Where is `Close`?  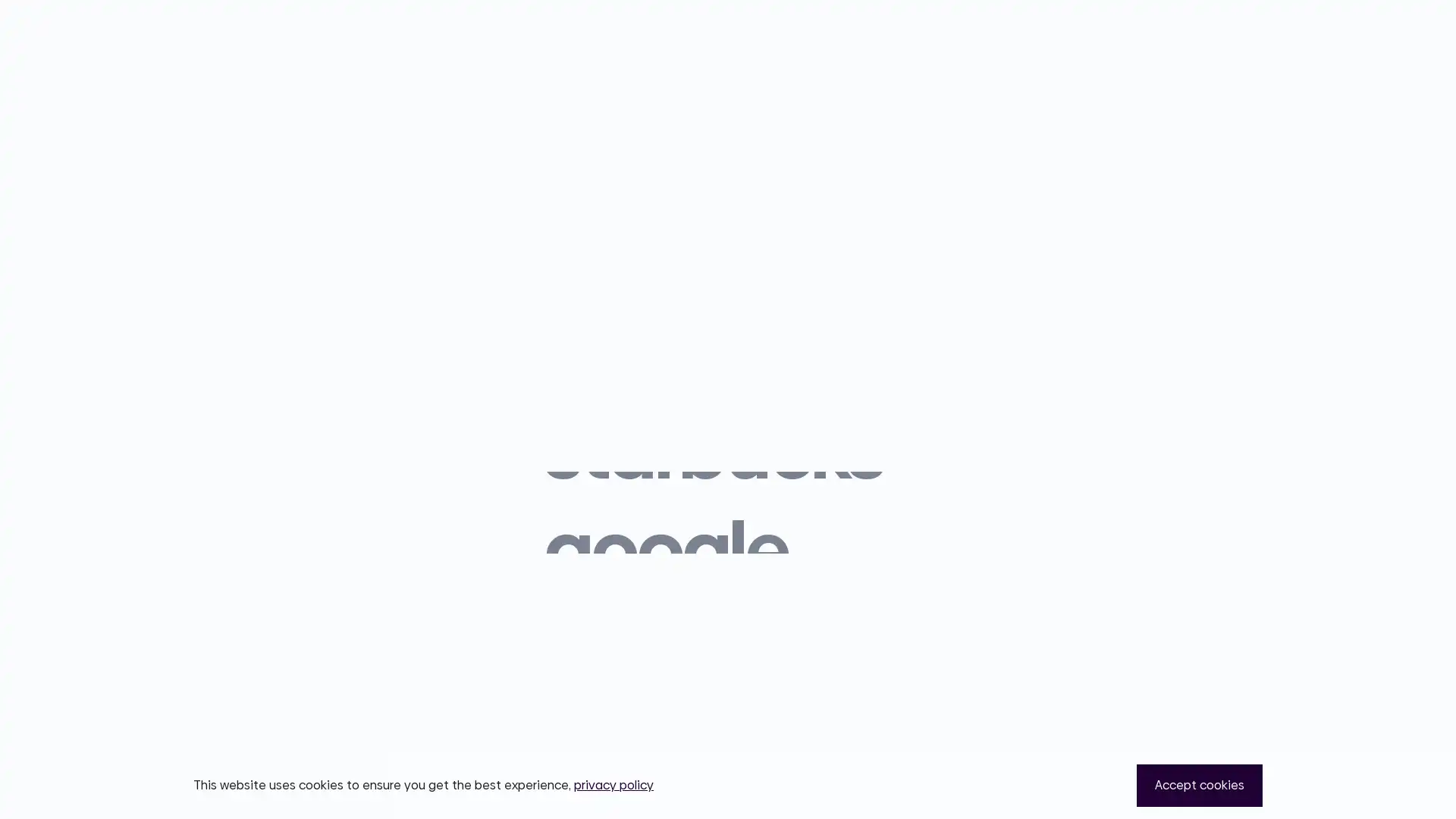
Close is located at coordinates (1273, 786).